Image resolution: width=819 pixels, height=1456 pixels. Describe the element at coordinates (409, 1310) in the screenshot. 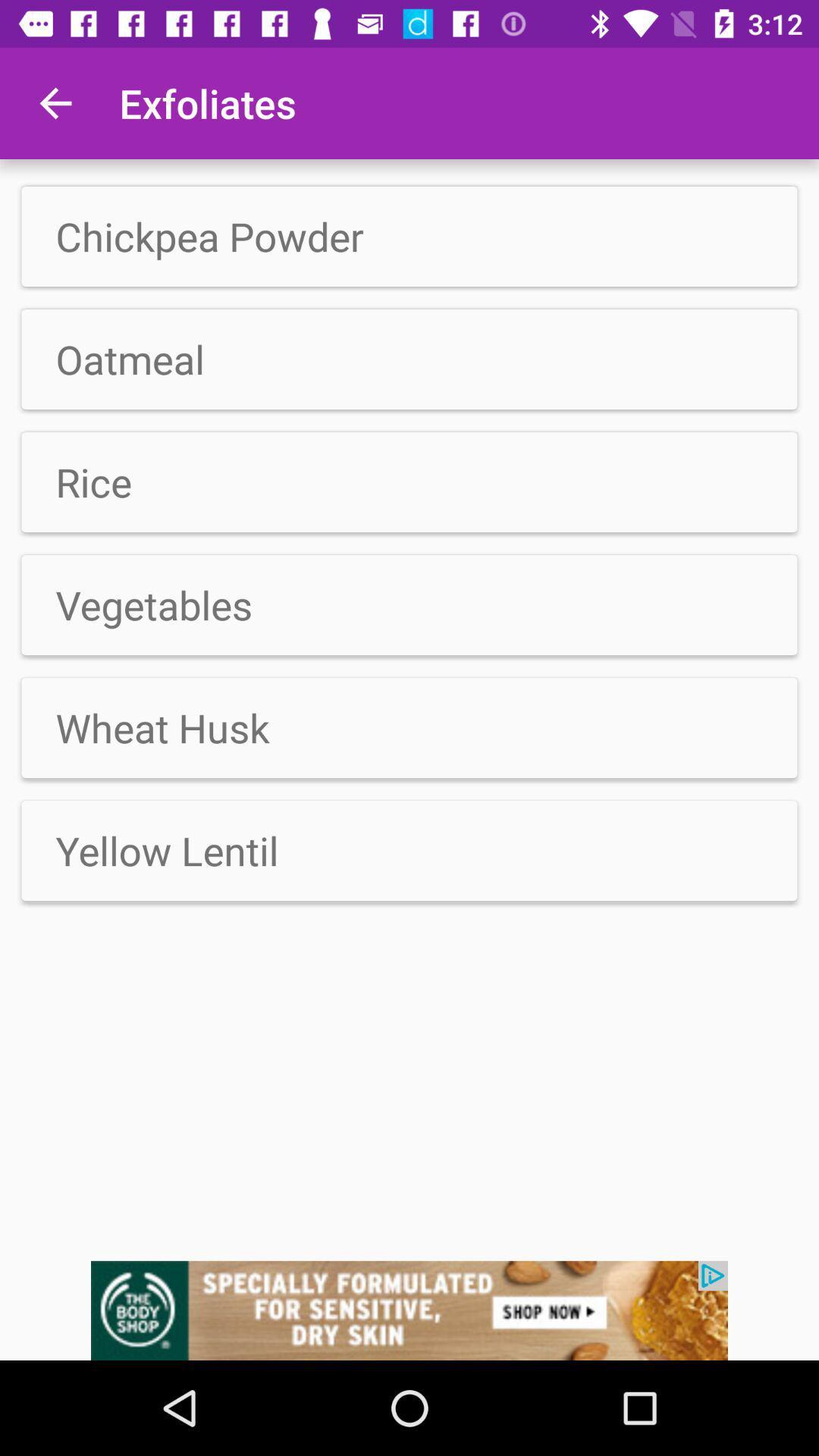

I see `advertisement the body shop` at that location.